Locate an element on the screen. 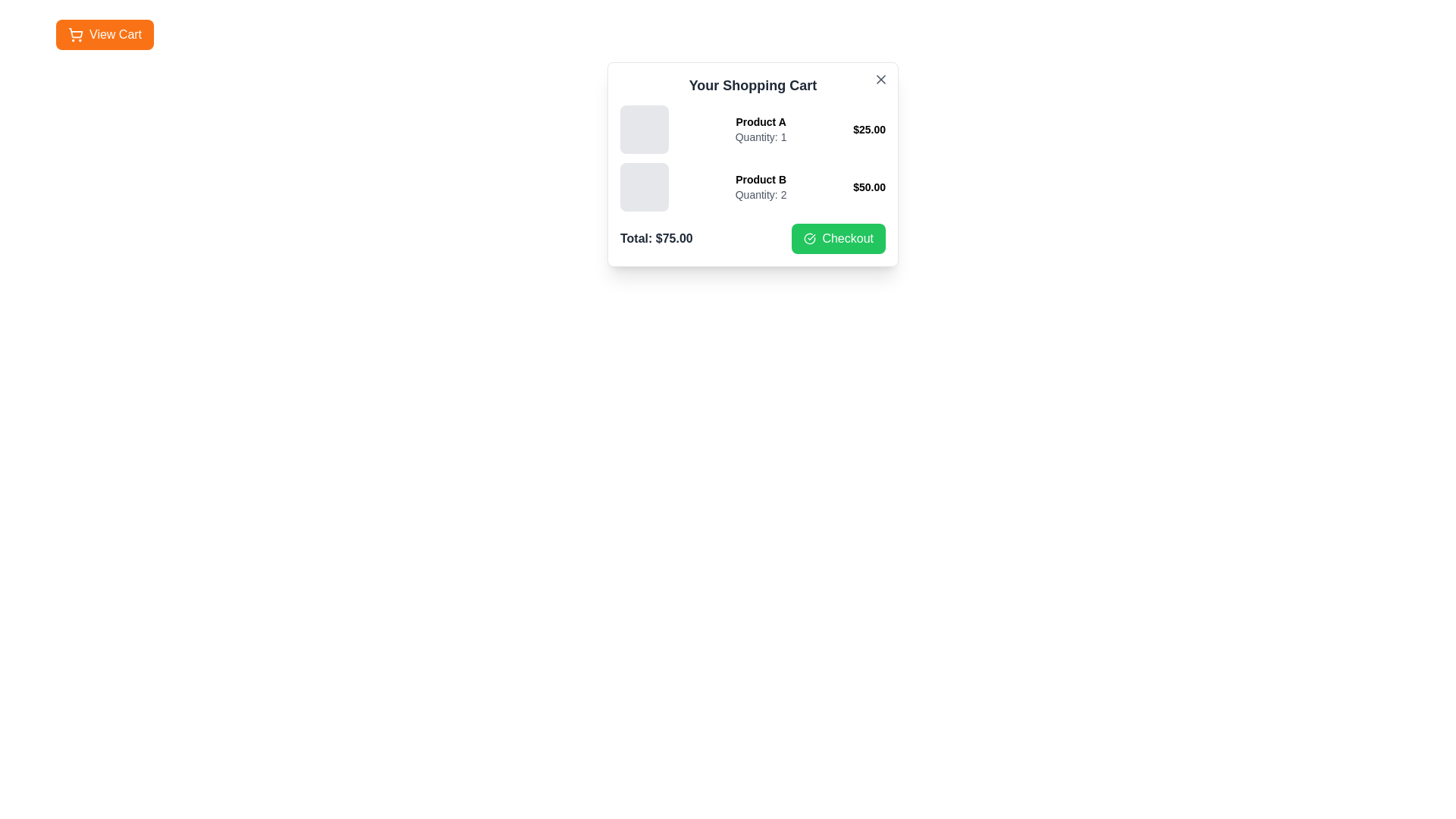  the text block displaying the details of the second item in the shopping cart, which includes the product name and quantity, located below 'Product A' and to the right of an empty image placeholder is located at coordinates (761, 186).